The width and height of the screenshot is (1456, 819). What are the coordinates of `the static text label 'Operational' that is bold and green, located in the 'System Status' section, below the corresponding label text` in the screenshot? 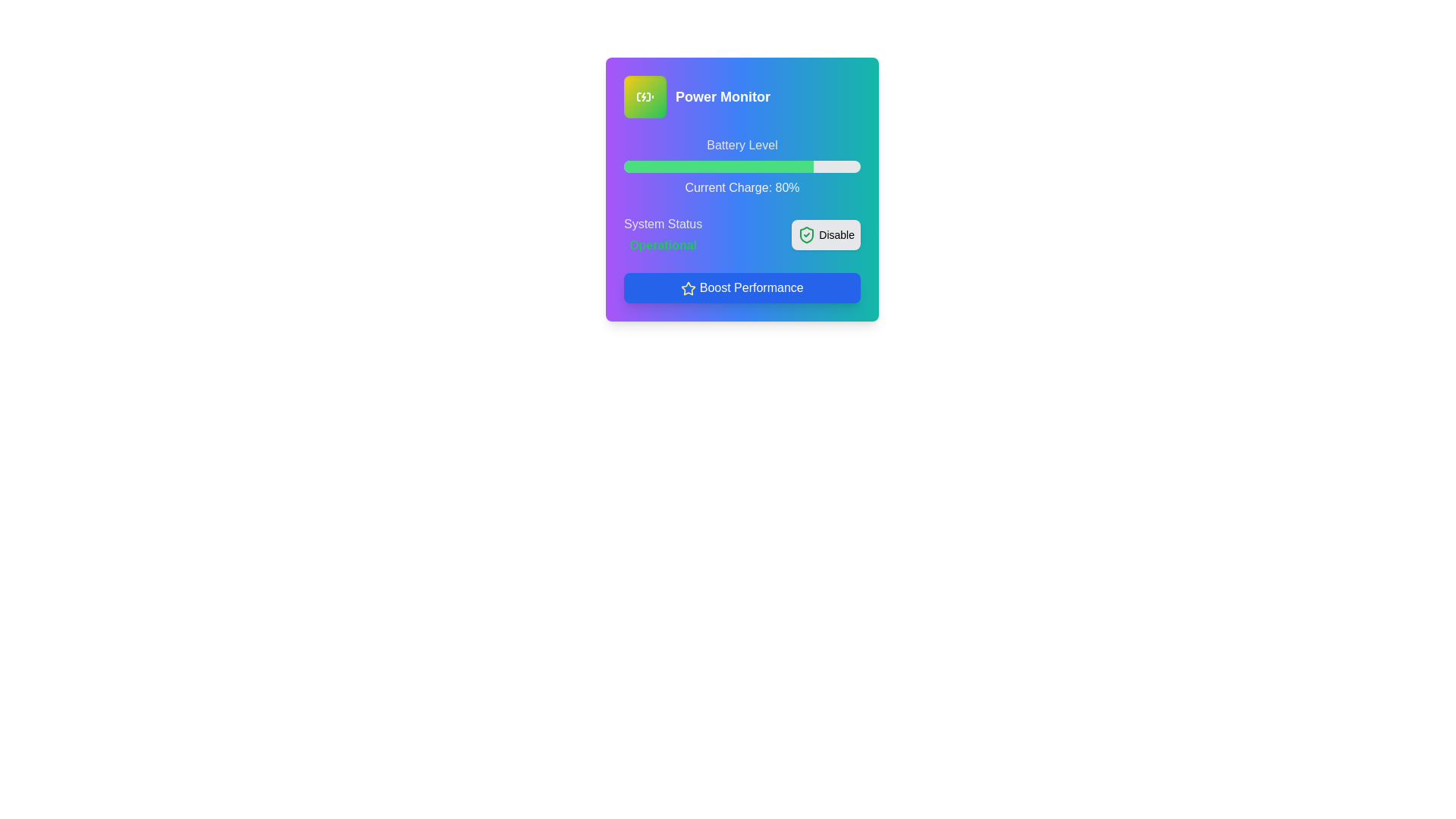 It's located at (663, 245).